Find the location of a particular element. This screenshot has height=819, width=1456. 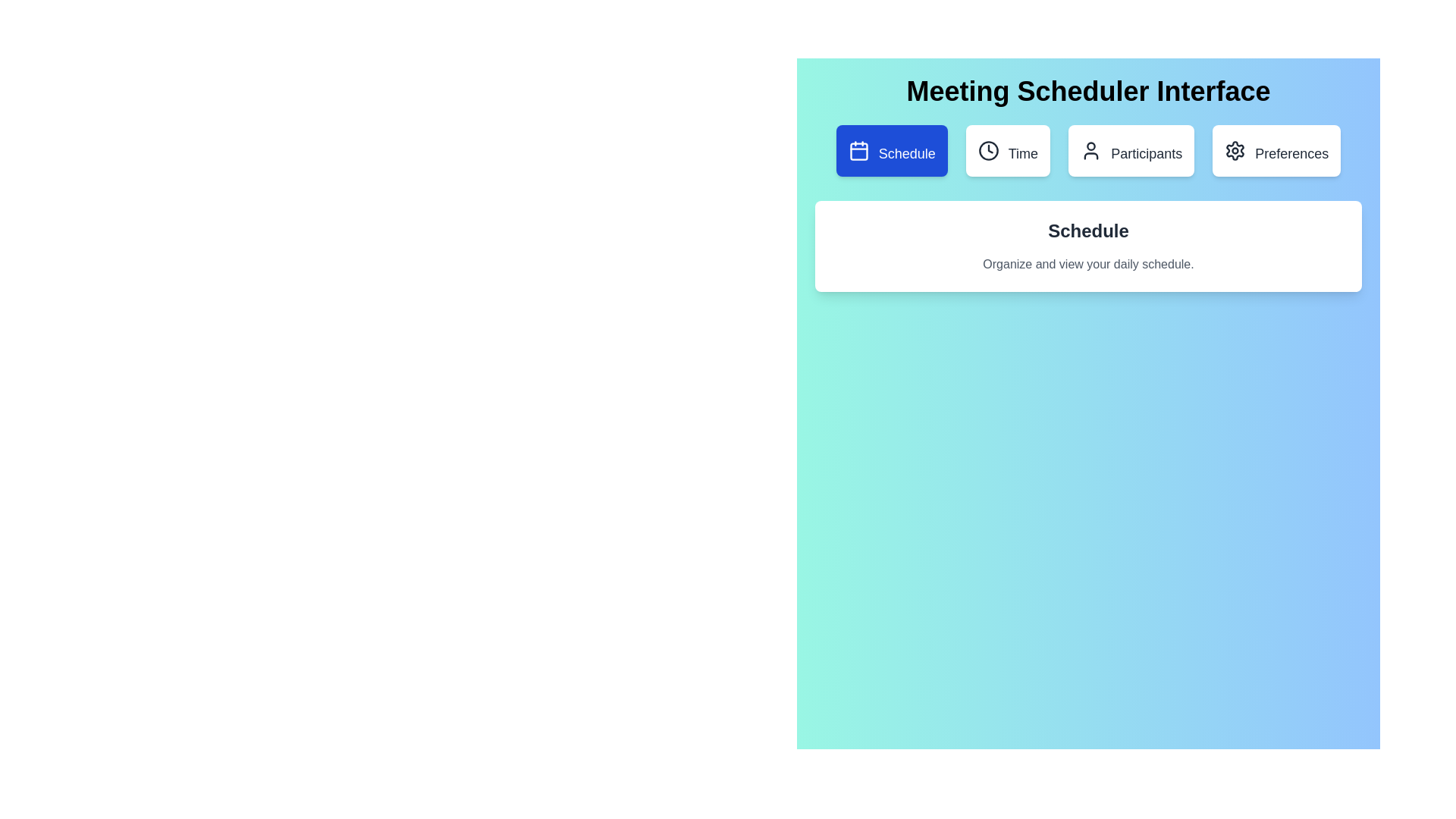

the SVG Circle representing the head in the 'Participants' button, which is the third button in a row of four, located at the top-center of the human figure icon is located at coordinates (1090, 146).